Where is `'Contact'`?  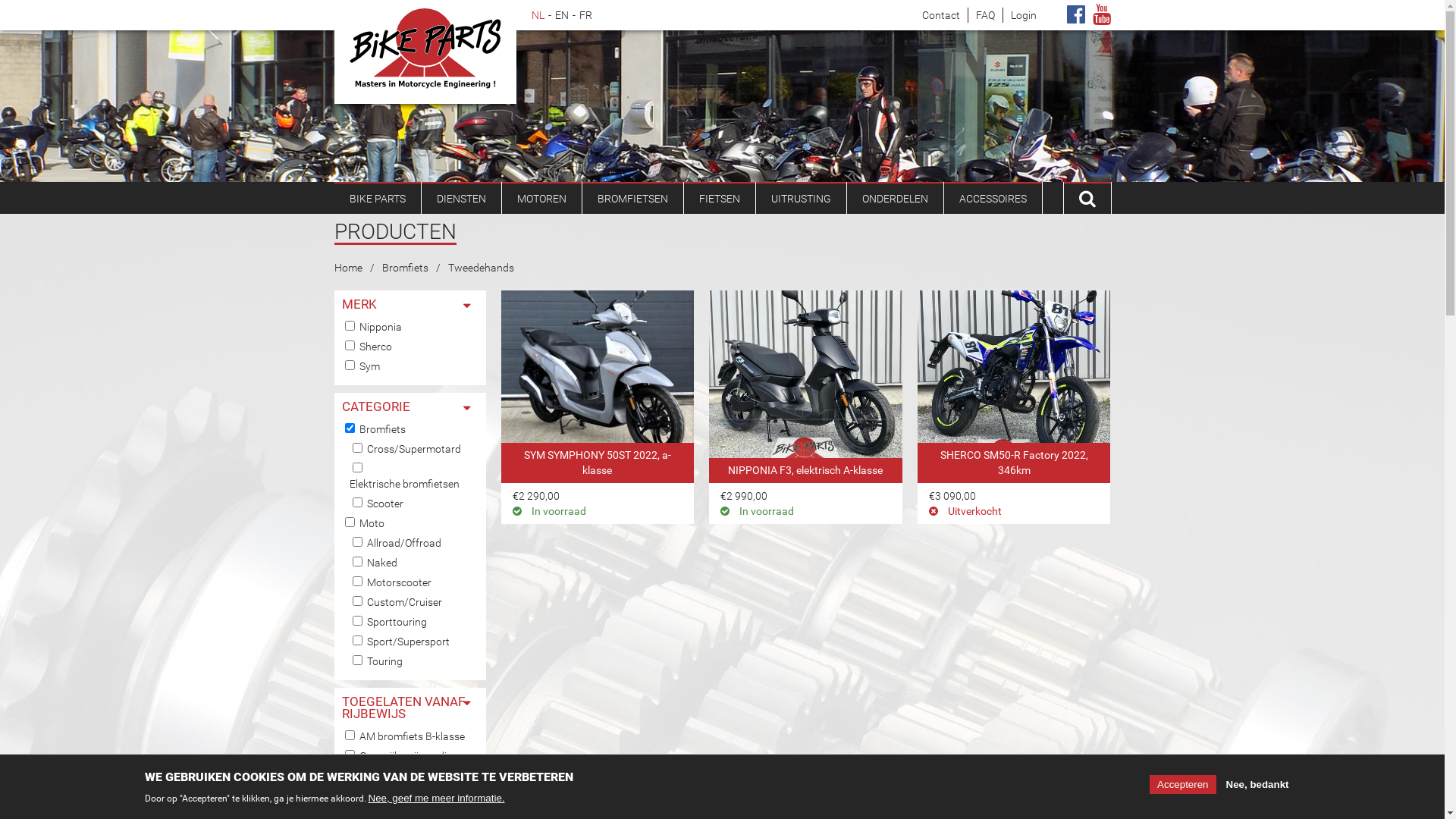 'Contact' is located at coordinates (940, 14).